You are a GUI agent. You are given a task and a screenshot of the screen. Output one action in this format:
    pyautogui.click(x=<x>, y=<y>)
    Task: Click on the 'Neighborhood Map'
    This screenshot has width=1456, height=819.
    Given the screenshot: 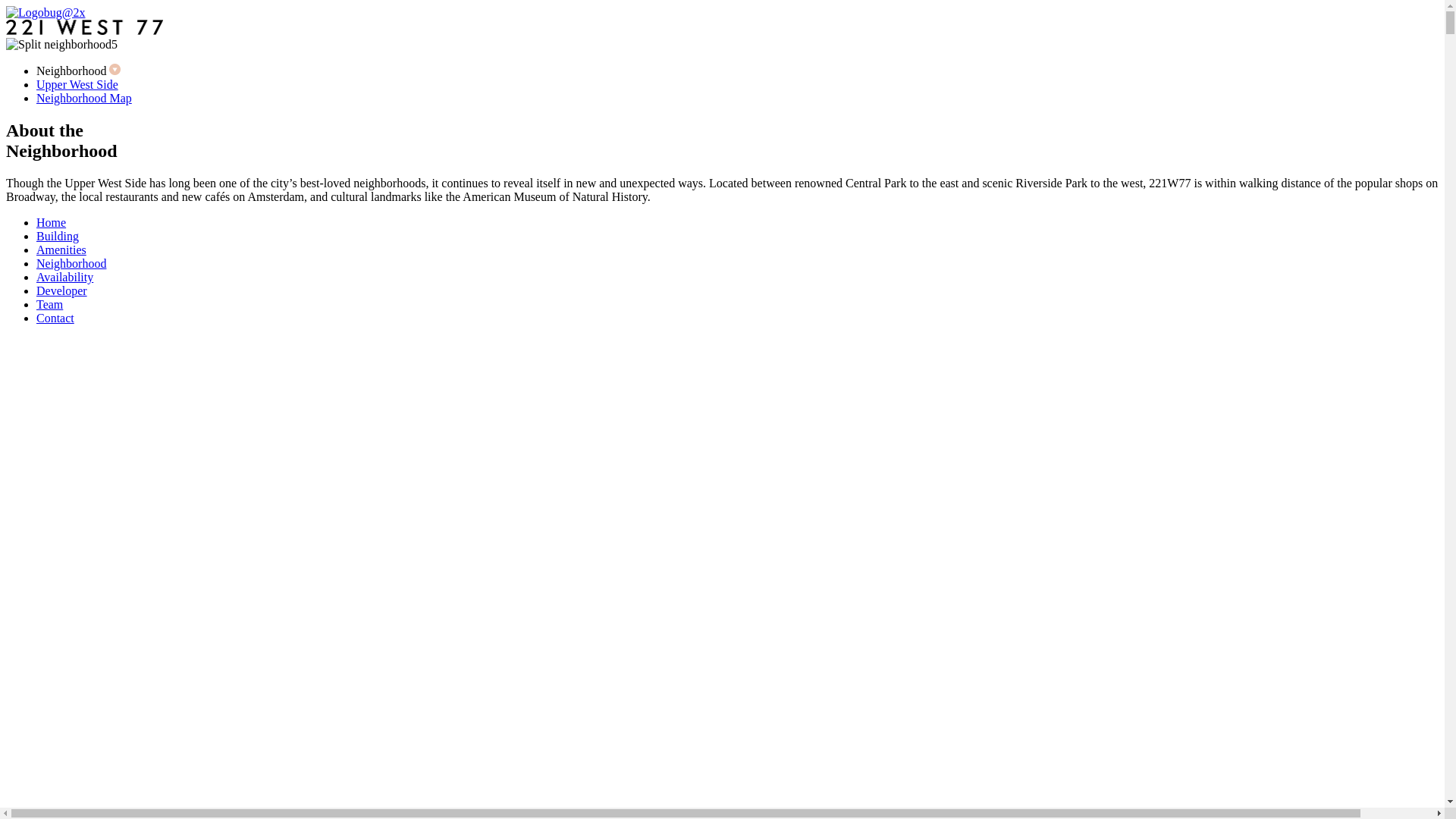 What is the action you would take?
    pyautogui.click(x=83, y=98)
    